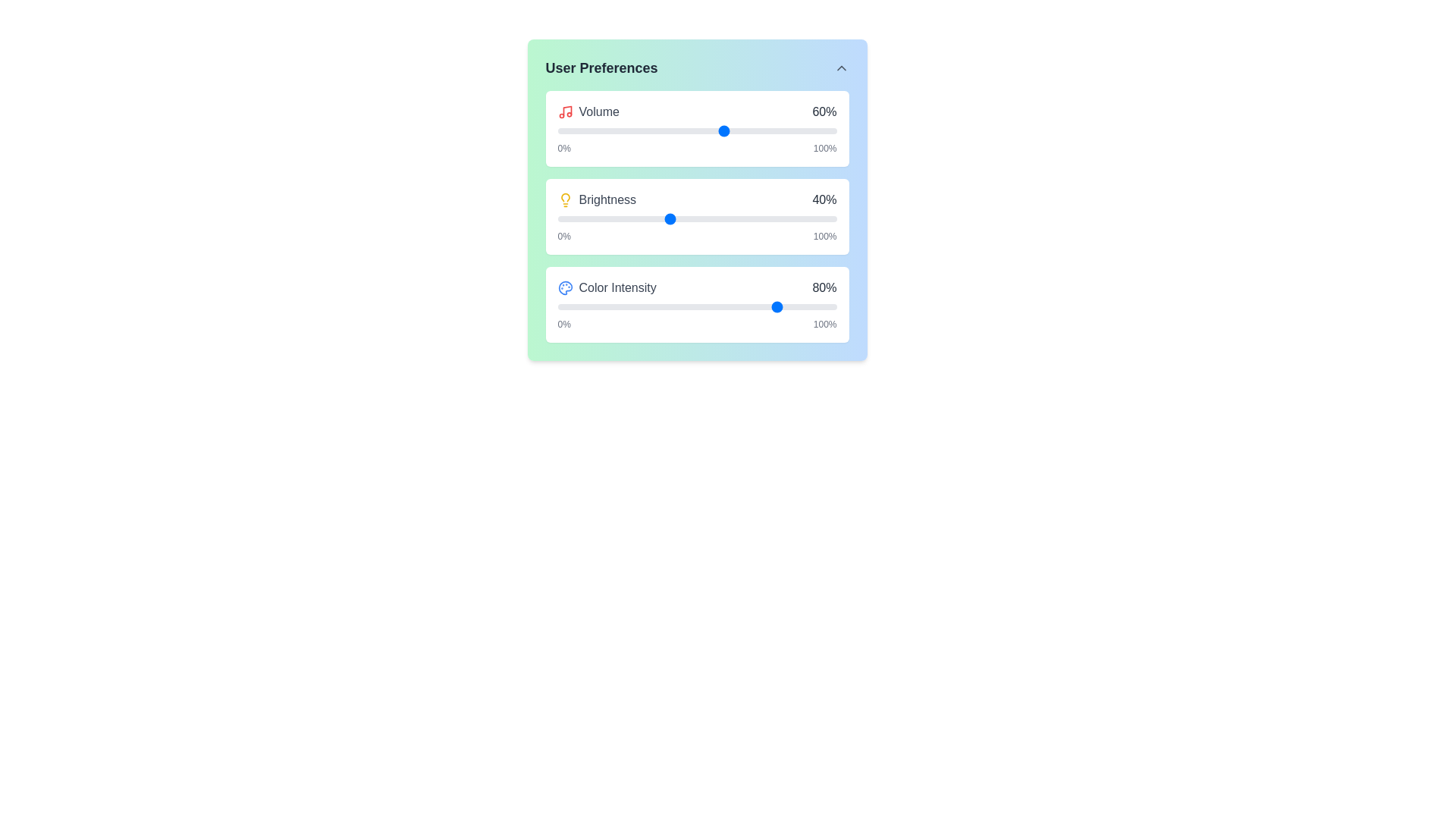  Describe the element at coordinates (564, 199) in the screenshot. I see `the brightness adjustment icon located` at that location.